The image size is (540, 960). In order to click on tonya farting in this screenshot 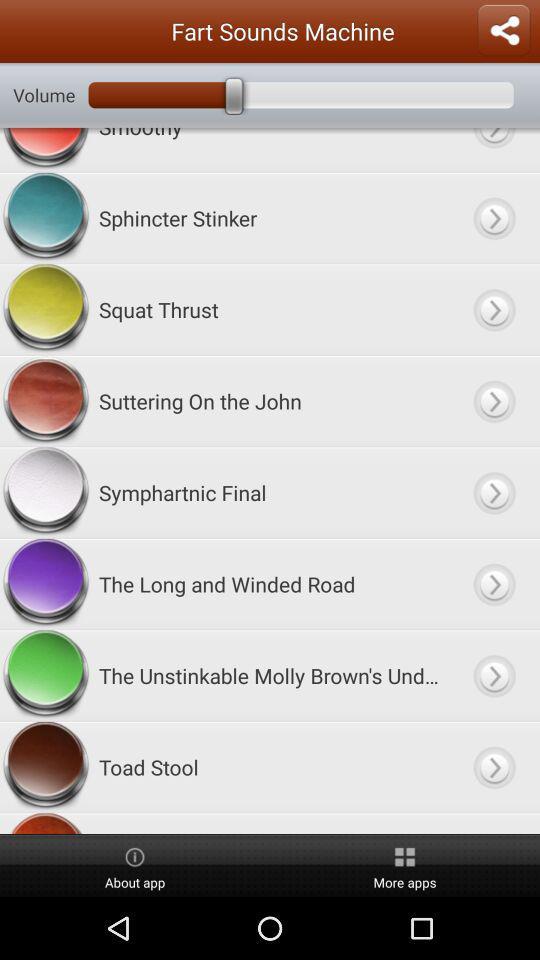, I will do `click(269, 823)`.